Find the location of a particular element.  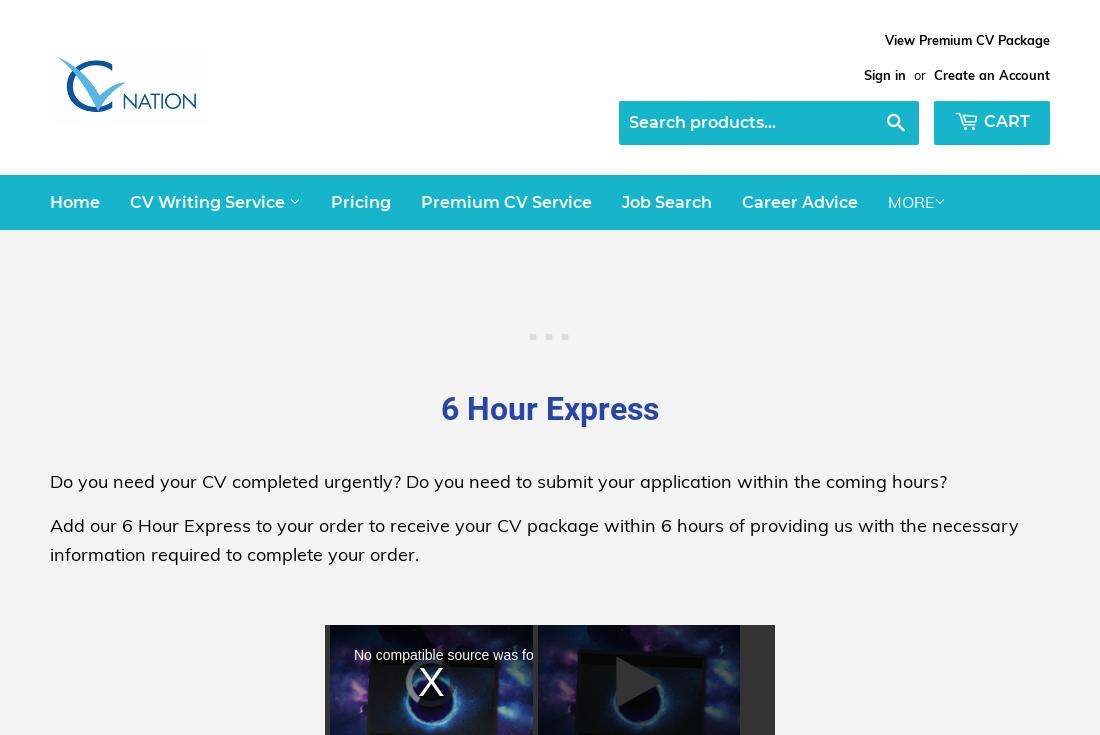

'Do you need your CV completed urgently? Do you need to submit your application within the coming hours?' is located at coordinates (498, 481).